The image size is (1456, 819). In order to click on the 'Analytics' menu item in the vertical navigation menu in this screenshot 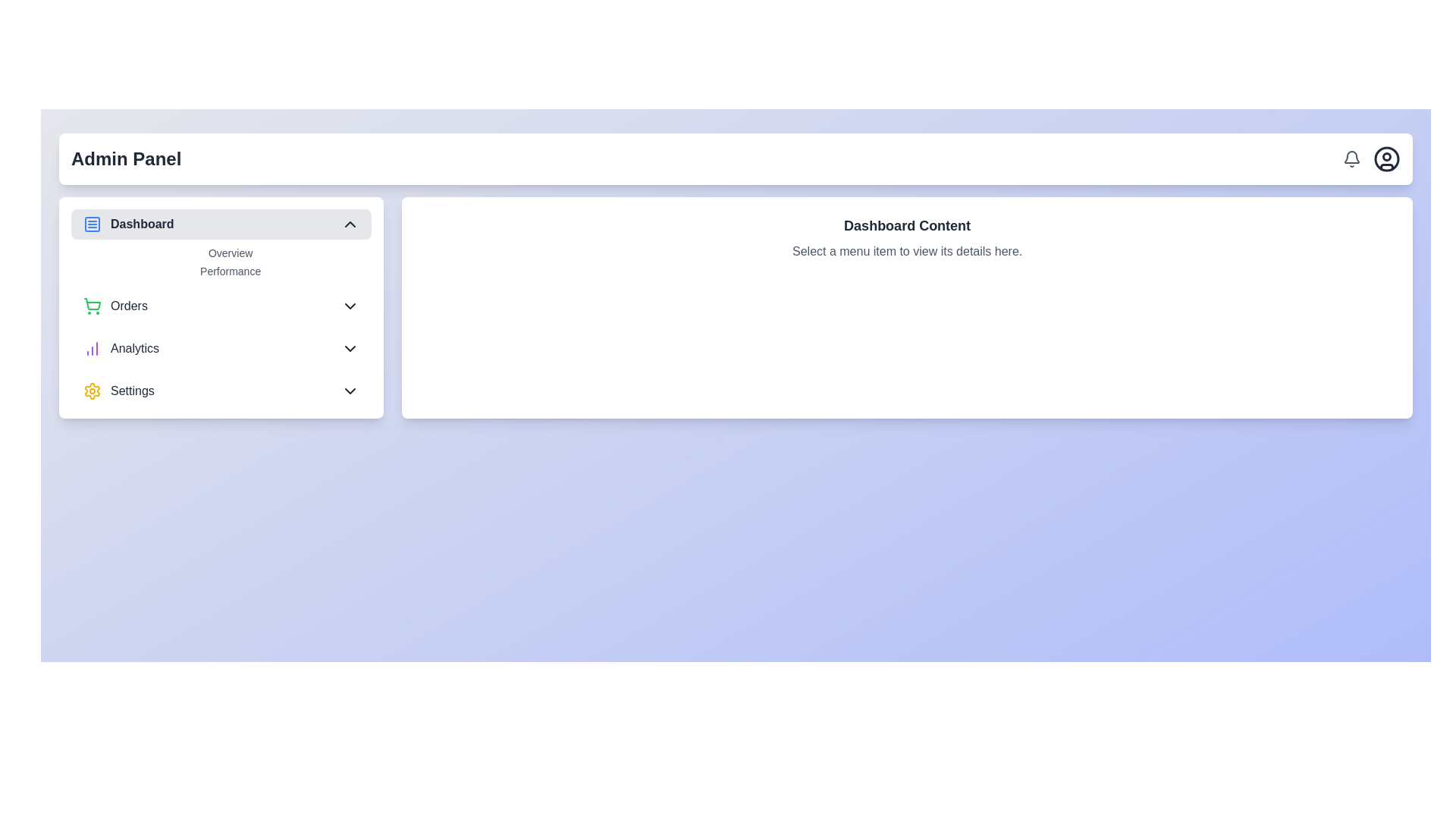, I will do `click(120, 348)`.